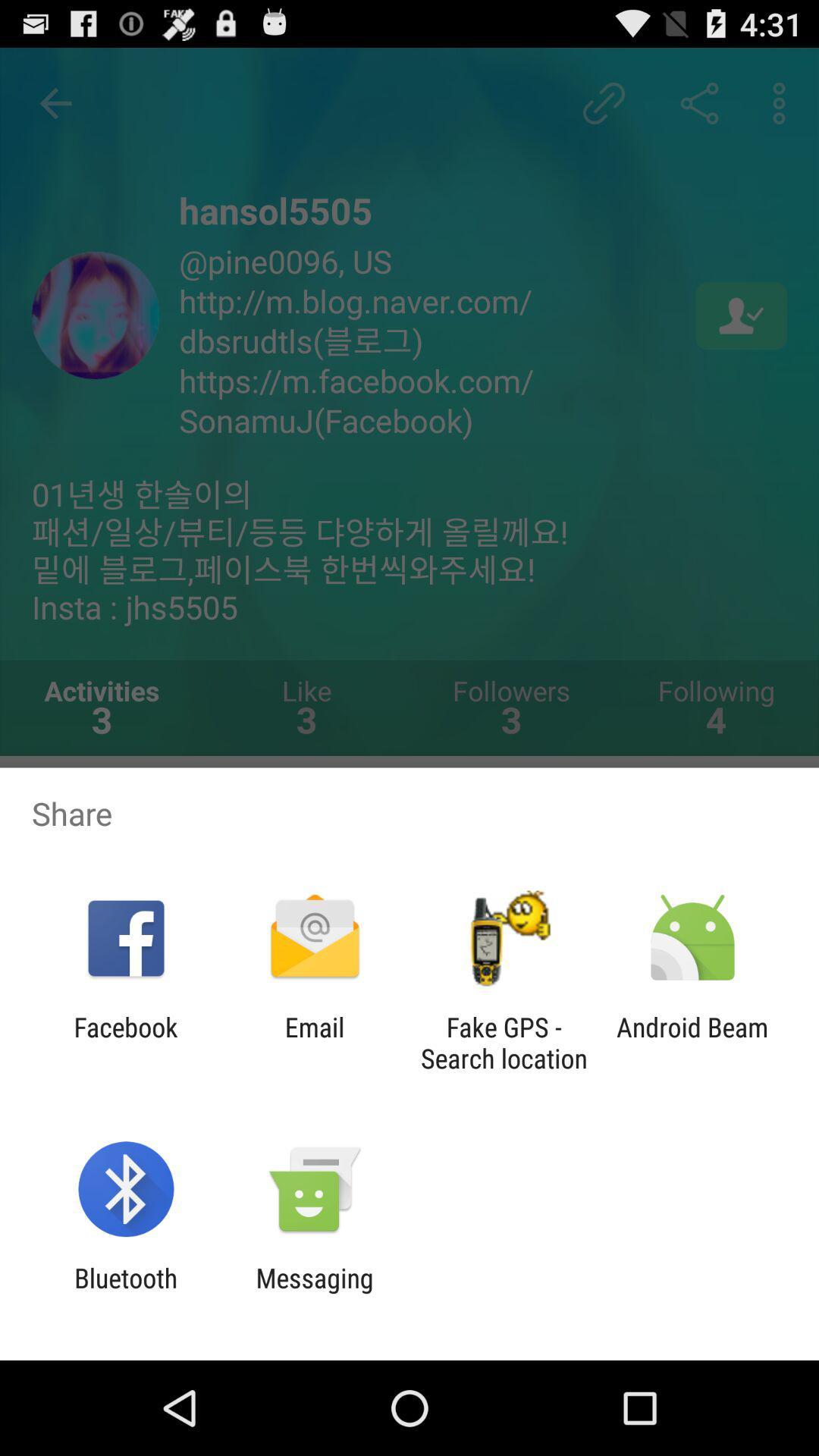 The image size is (819, 1456). I want to click on app to the left of email item, so click(125, 1042).